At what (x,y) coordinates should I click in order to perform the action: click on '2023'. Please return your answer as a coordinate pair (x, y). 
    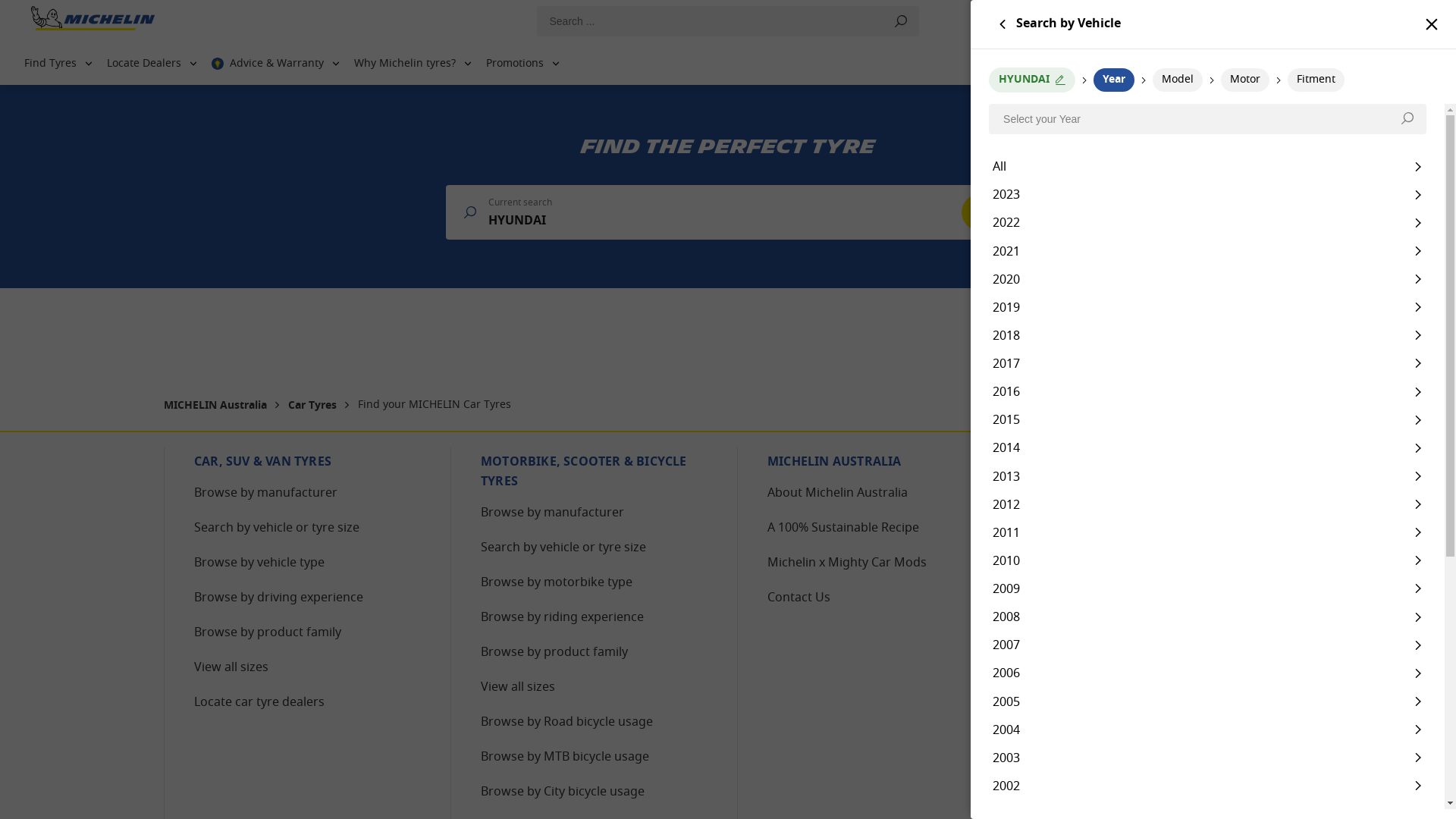
    Looking at the image, I should click on (1207, 193).